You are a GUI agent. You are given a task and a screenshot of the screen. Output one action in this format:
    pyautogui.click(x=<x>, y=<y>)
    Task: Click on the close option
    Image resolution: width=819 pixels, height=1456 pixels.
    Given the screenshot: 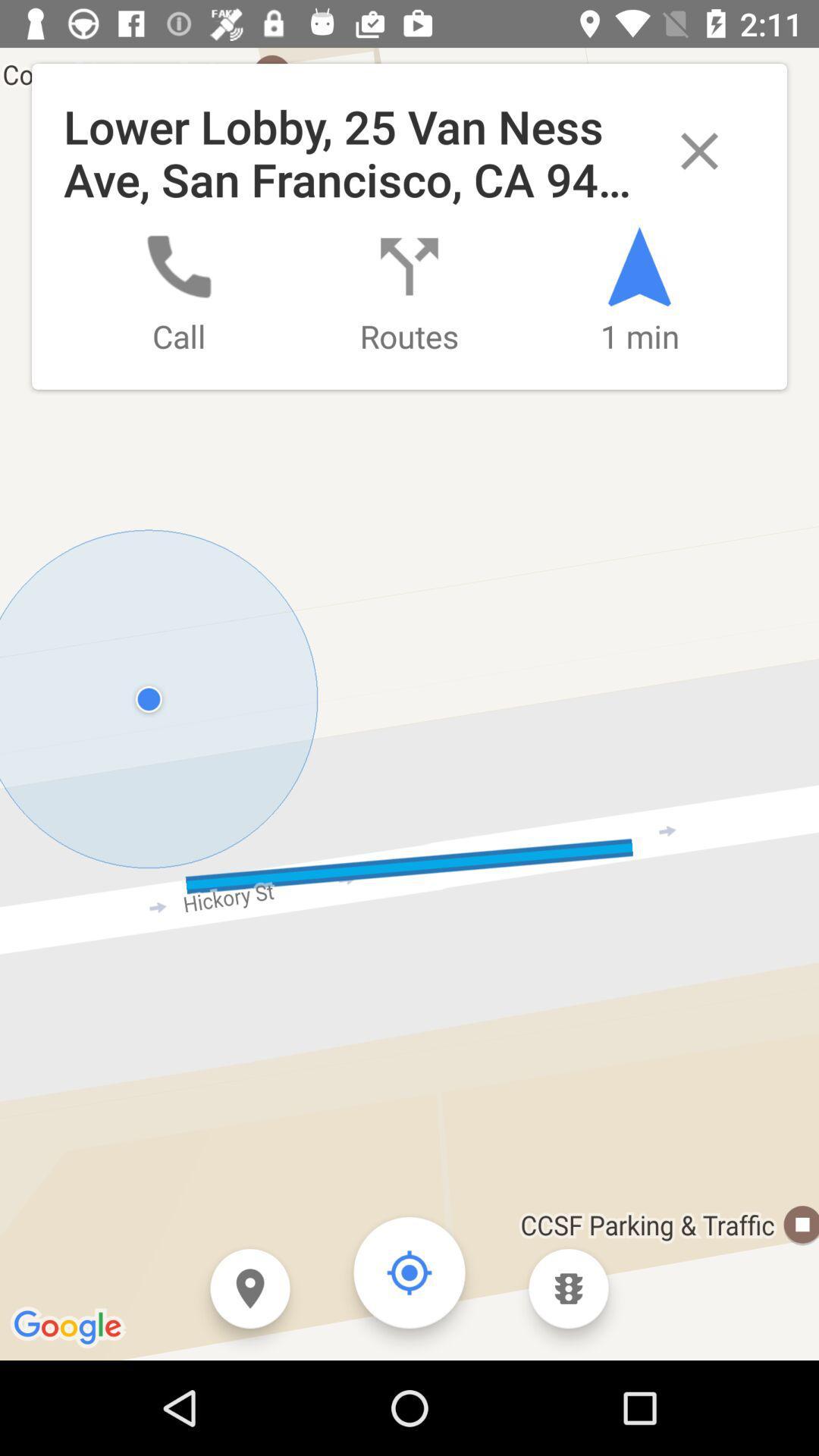 What is the action you would take?
    pyautogui.click(x=699, y=151)
    